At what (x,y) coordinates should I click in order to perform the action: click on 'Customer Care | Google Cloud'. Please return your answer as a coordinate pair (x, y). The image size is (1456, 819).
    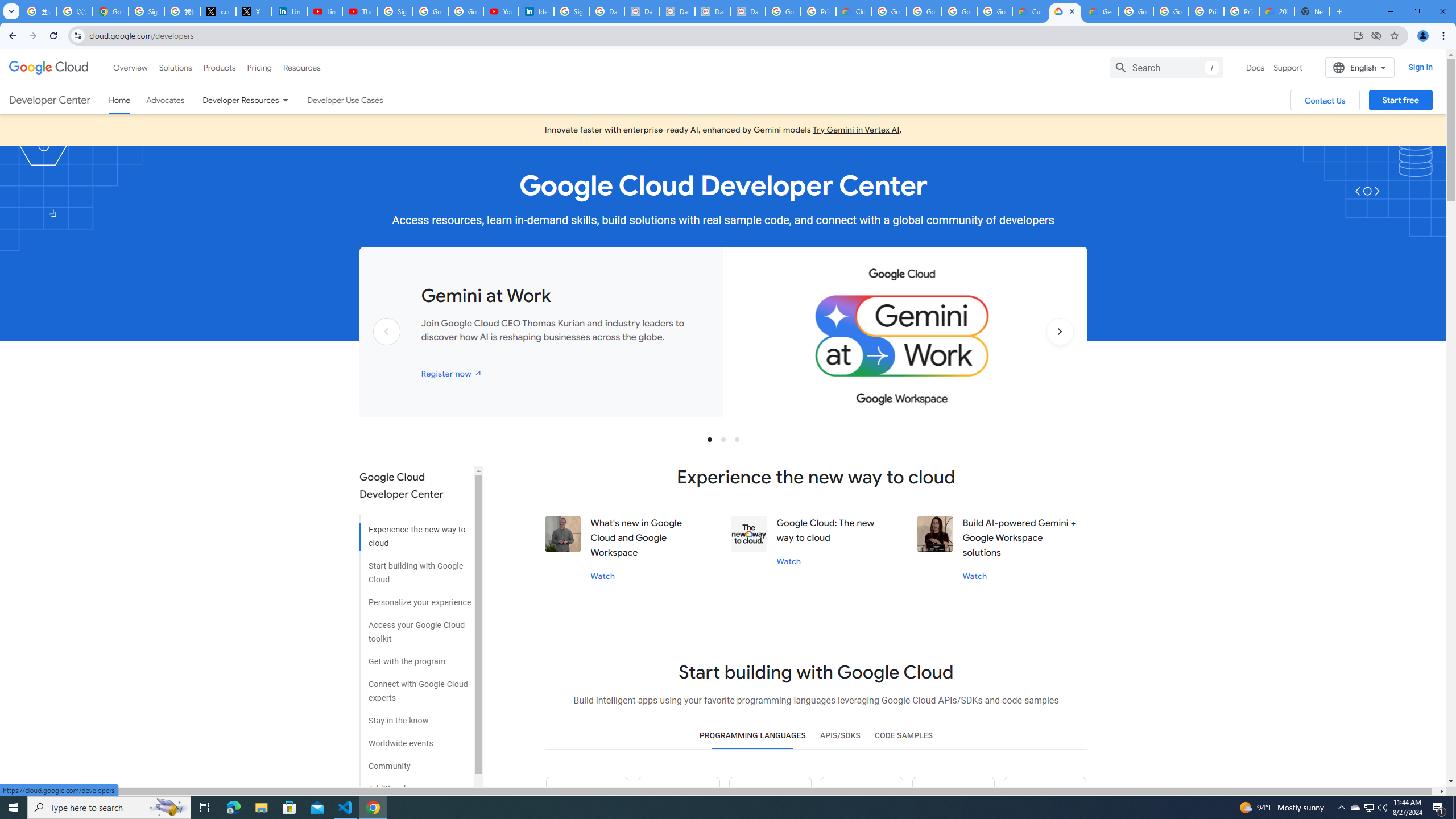
    Looking at the image, I should click on (1029, 11).